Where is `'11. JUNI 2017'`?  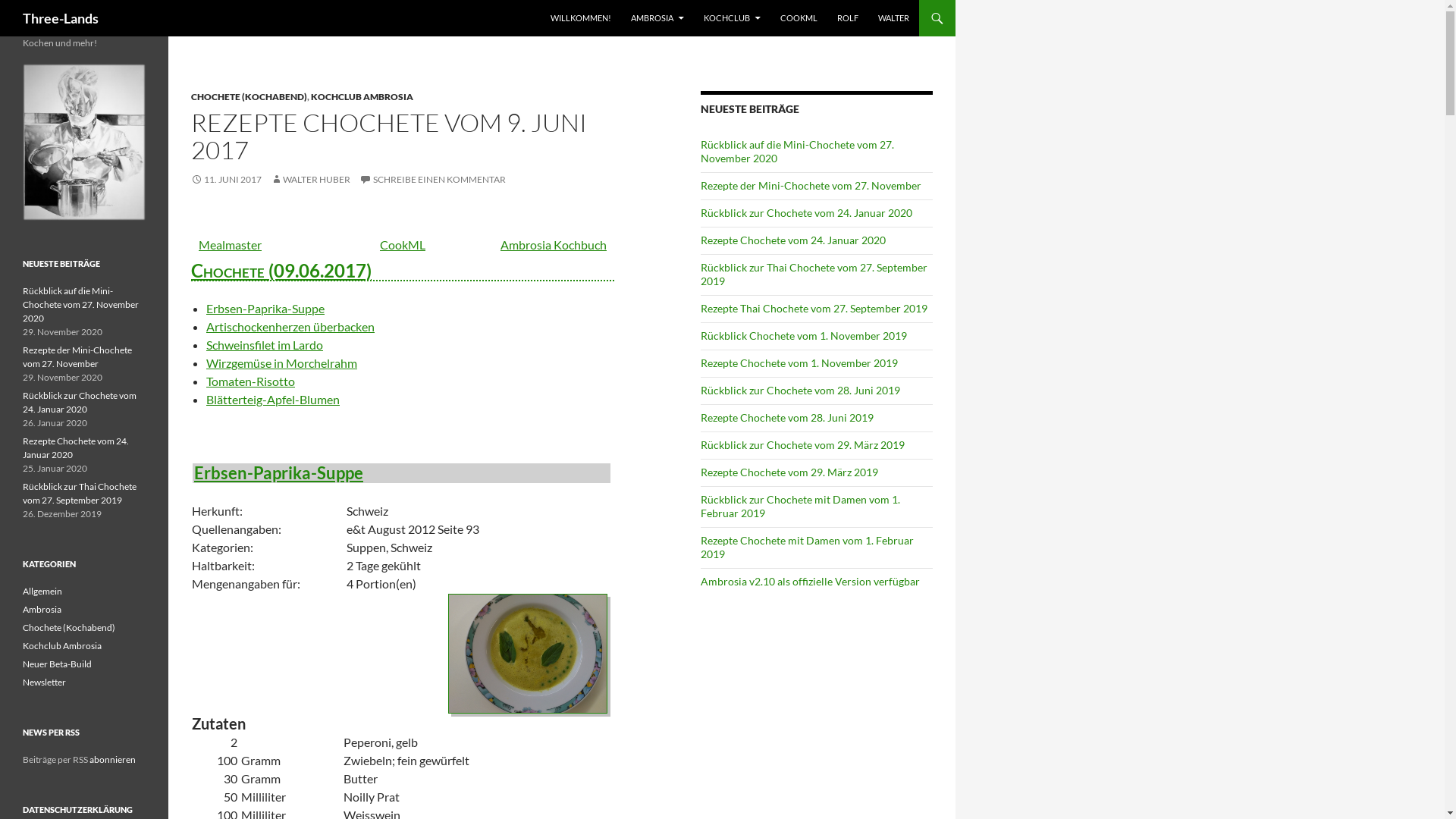
'11. JUNI 2017' is located at coordinates (225, 178).